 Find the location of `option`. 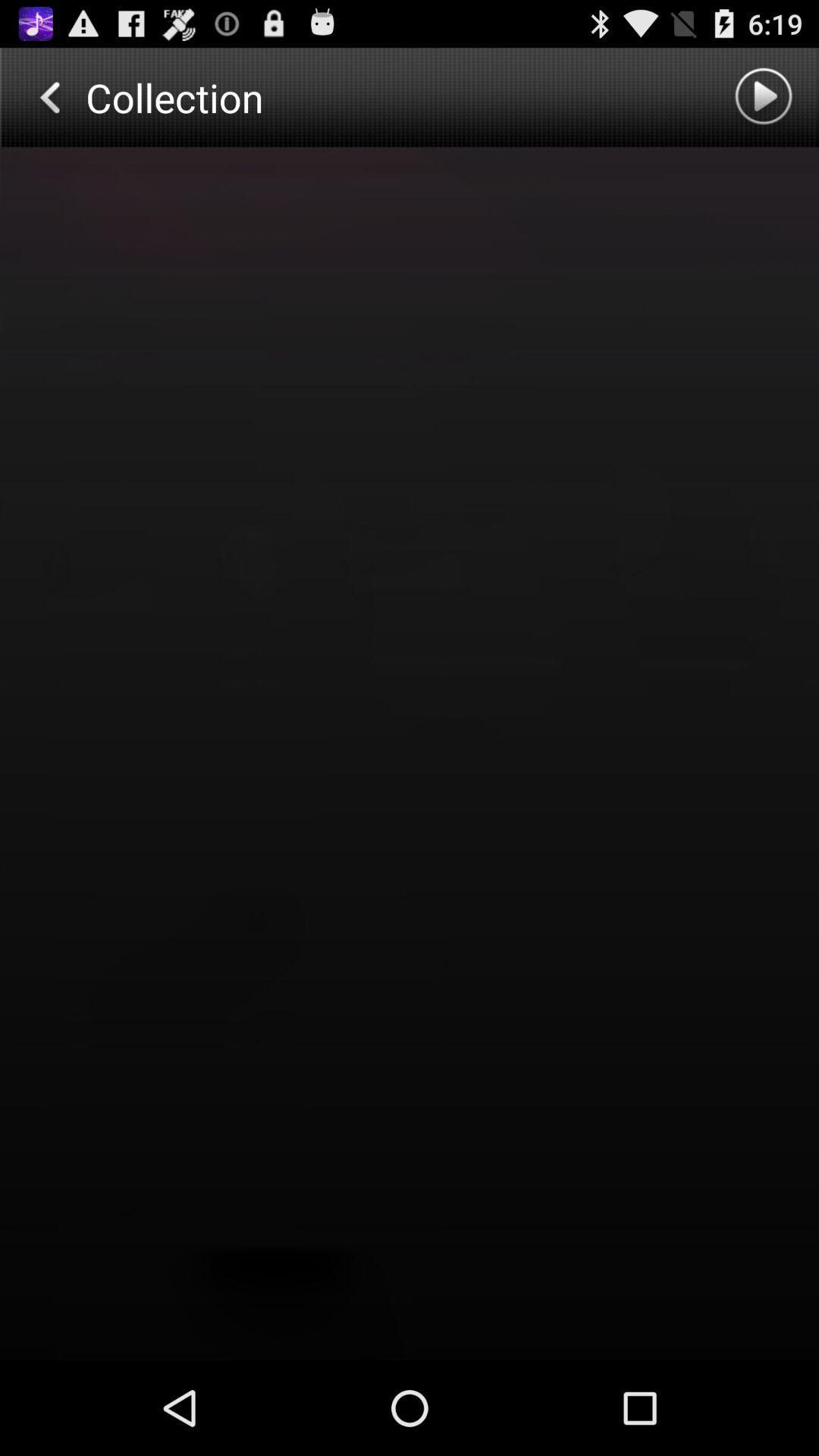

option is located at coordinates (765, 96).